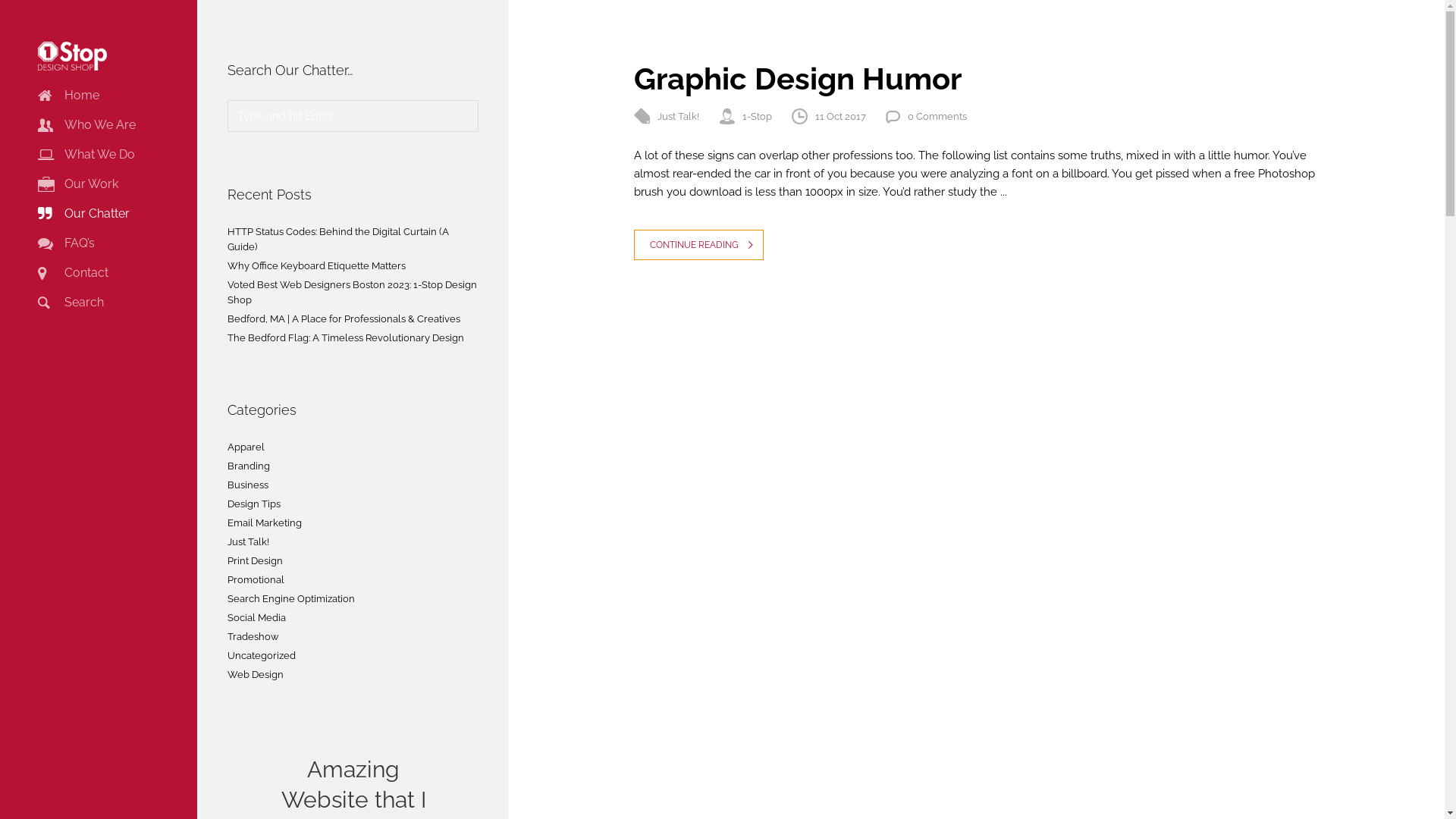 This screenshot has height=819, width=1456. I want to click on 'Promotional', so click(256, 579).